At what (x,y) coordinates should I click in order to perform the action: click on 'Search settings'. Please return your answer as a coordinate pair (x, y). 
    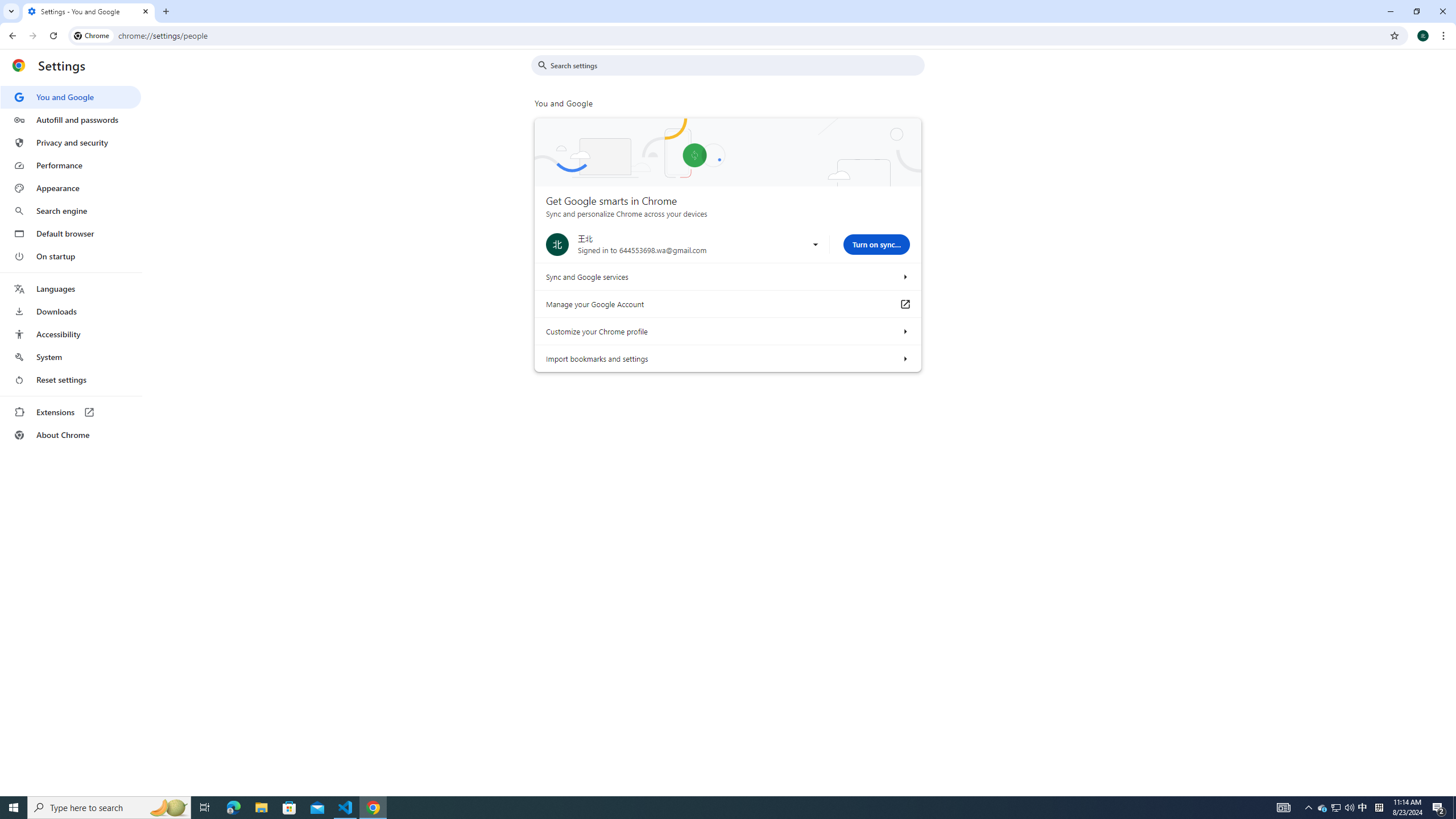
    Looking at the image, I should click on (735, 65).